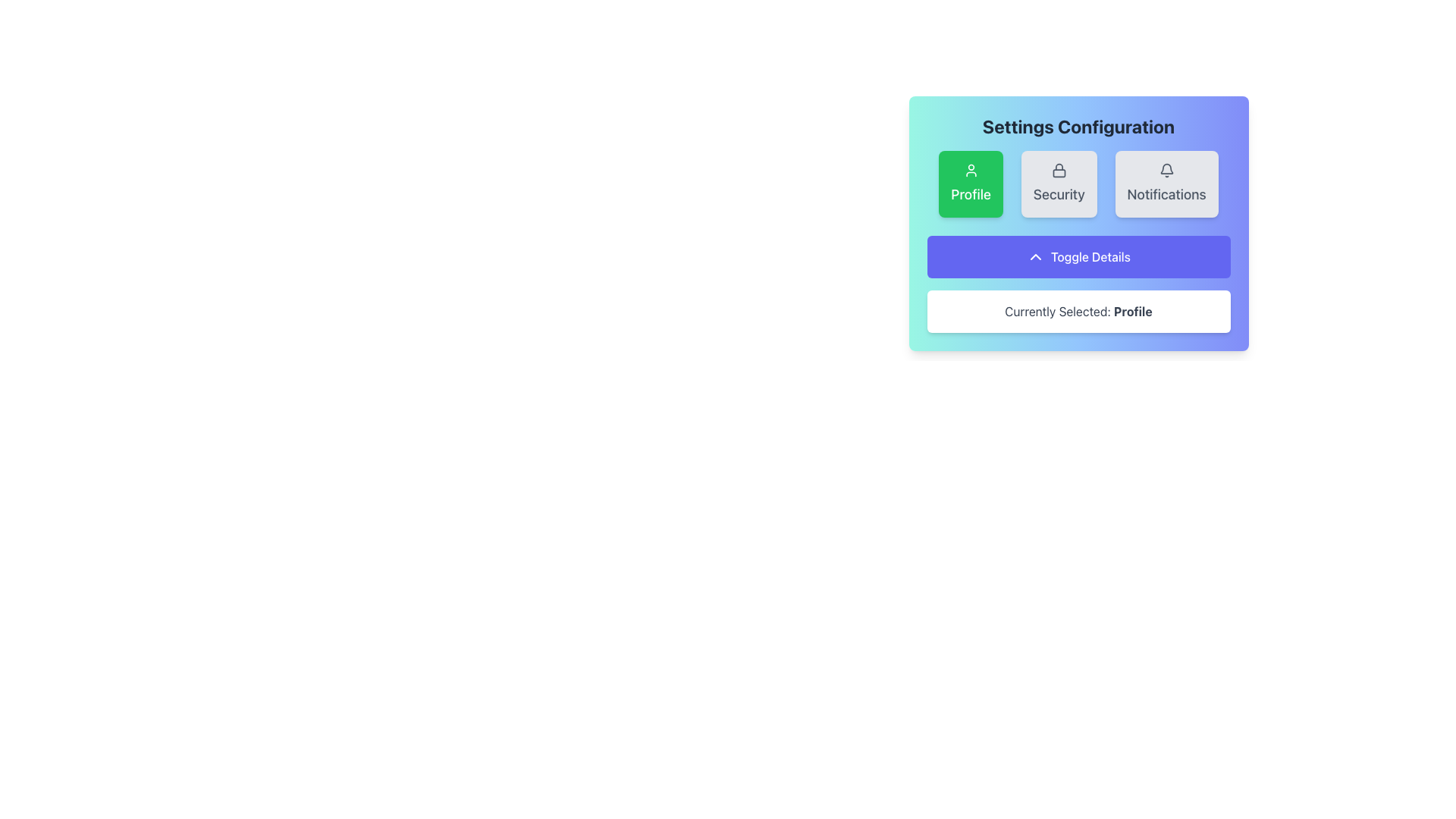 The image size is (1456, 819). What do you see at coordinates (971, 184) in the screenshot?
I see `the green 'Profile' button with rounded edges, which is the first button in the settings configuration section` at bounding box center [971, 184].